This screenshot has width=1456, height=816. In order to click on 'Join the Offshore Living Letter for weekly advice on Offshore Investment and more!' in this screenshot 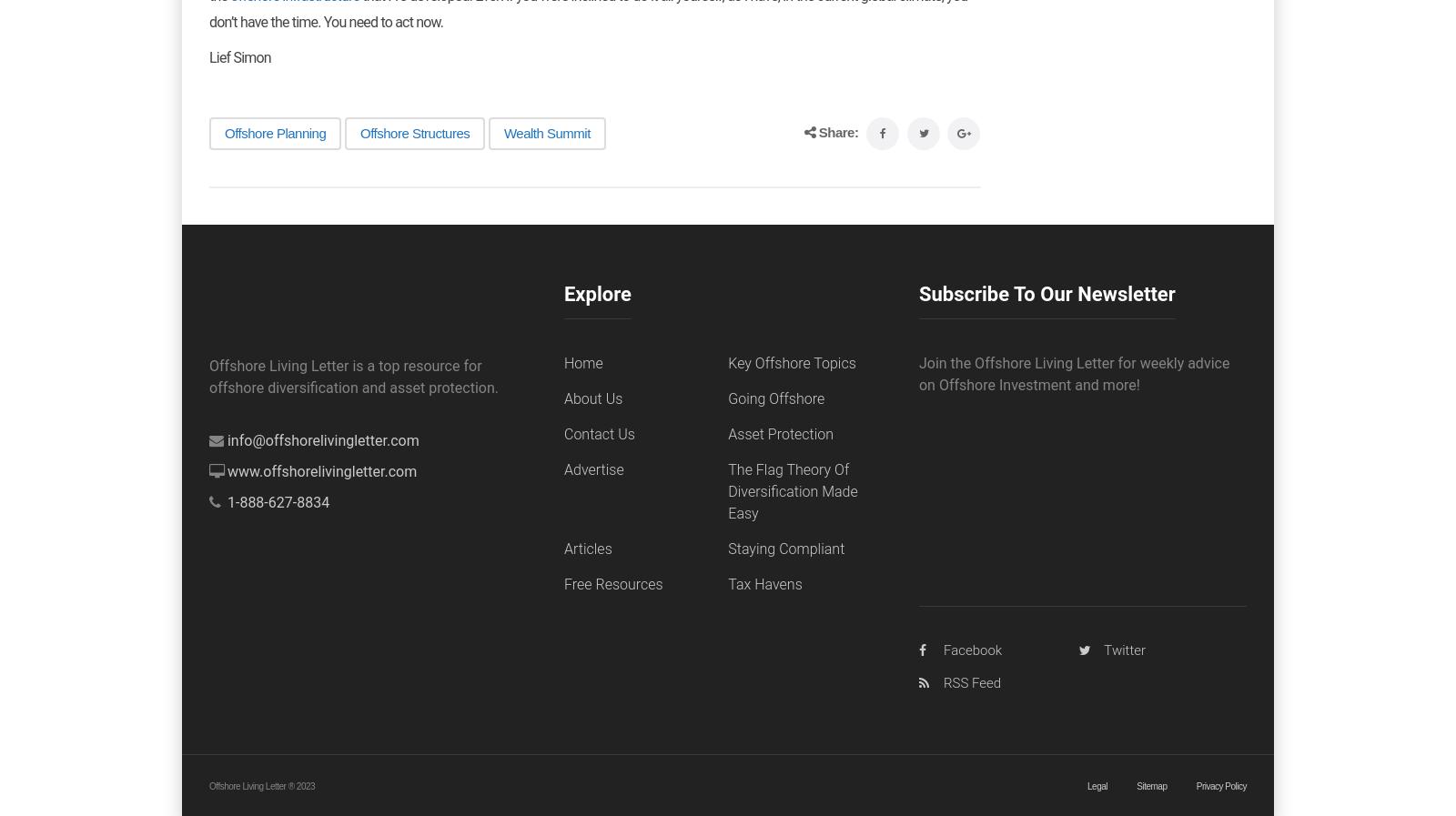, I will do `click(1074, 372)`.